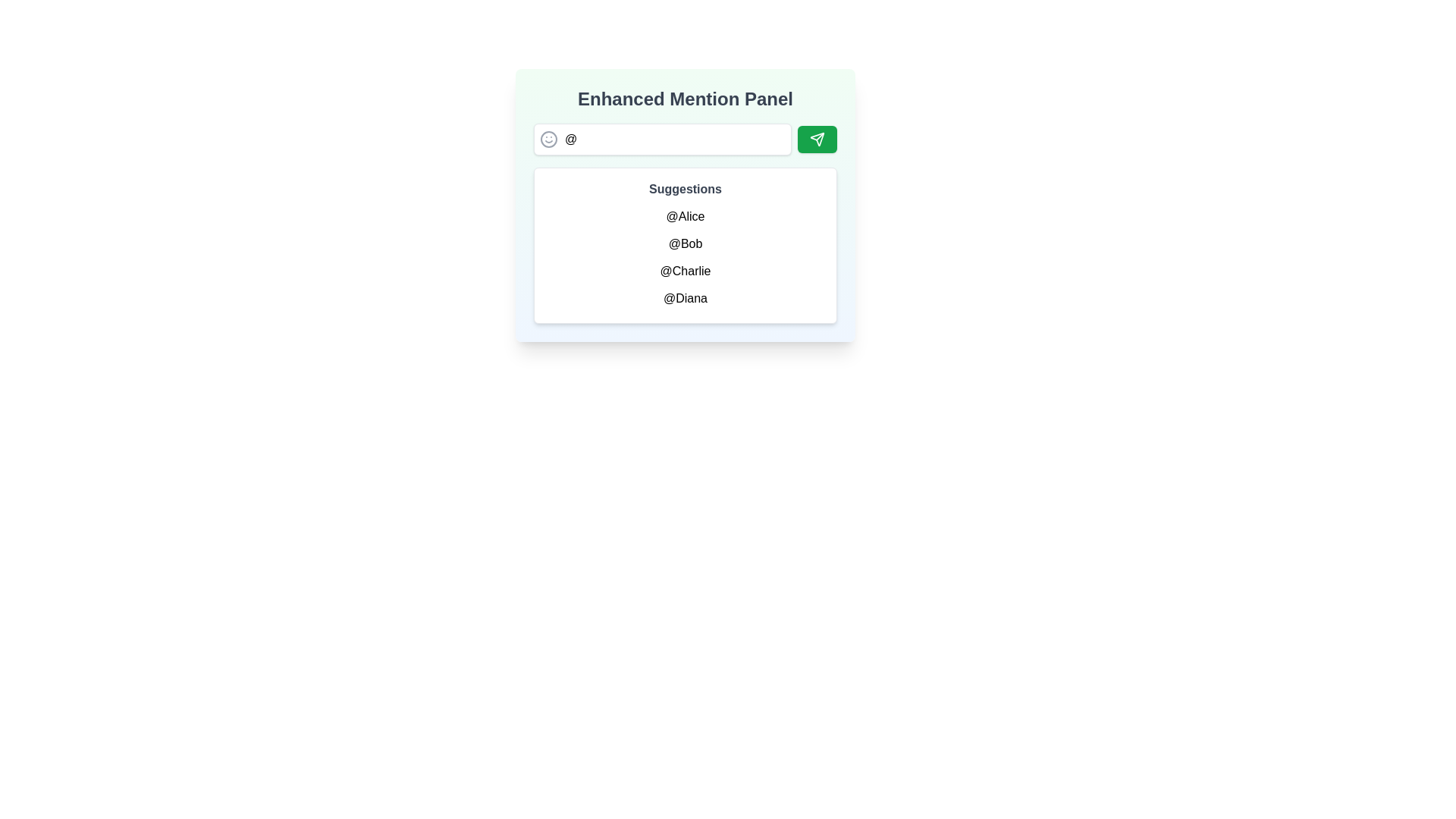  Describe the element at coordinates (684, 271) in the screenshot. I see `the interactive mention text label displaying '@Charlie'` at that location.